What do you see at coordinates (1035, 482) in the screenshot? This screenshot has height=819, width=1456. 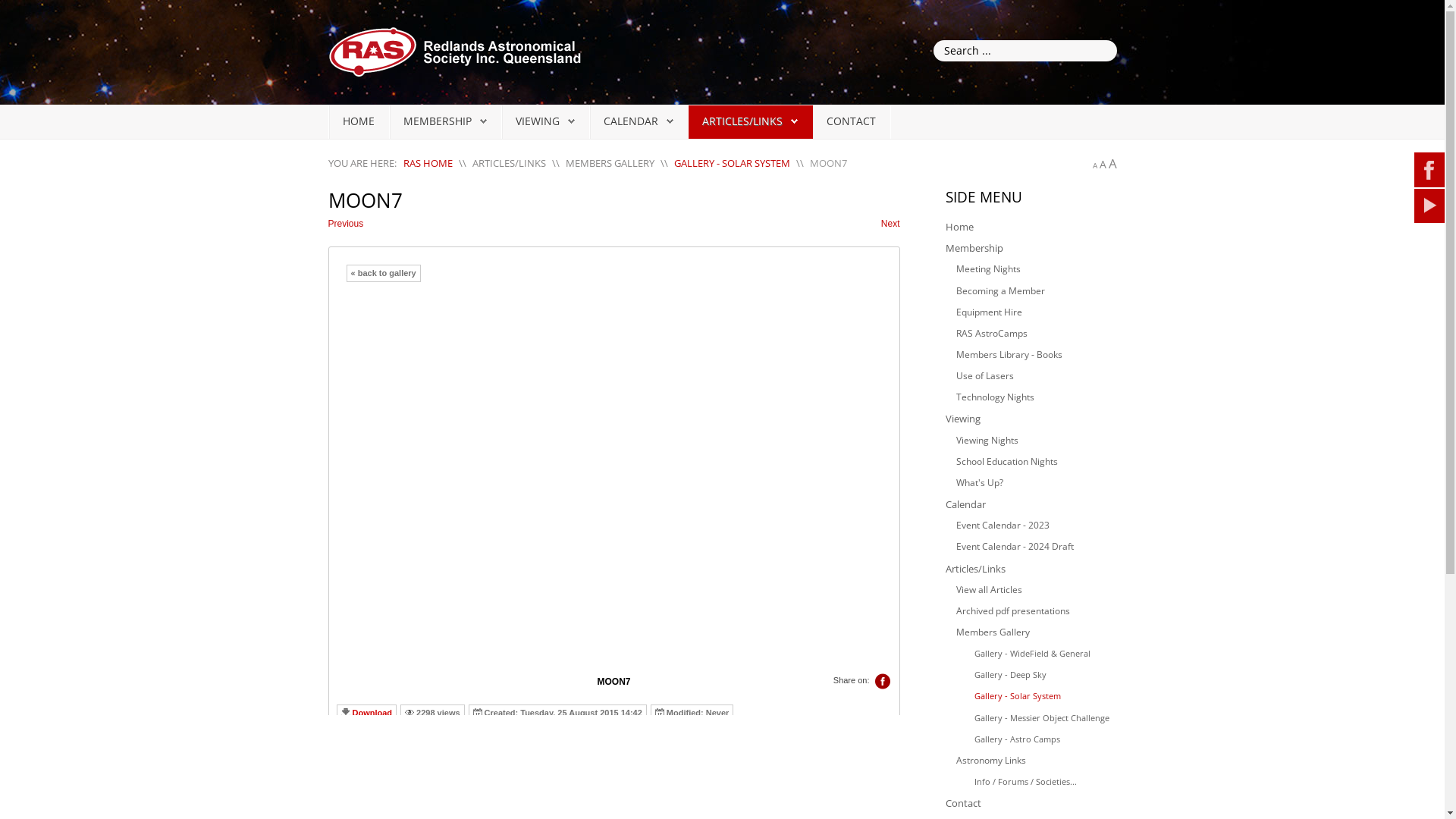 I see `'What's Up?'` at bounding box center [1035, 482].